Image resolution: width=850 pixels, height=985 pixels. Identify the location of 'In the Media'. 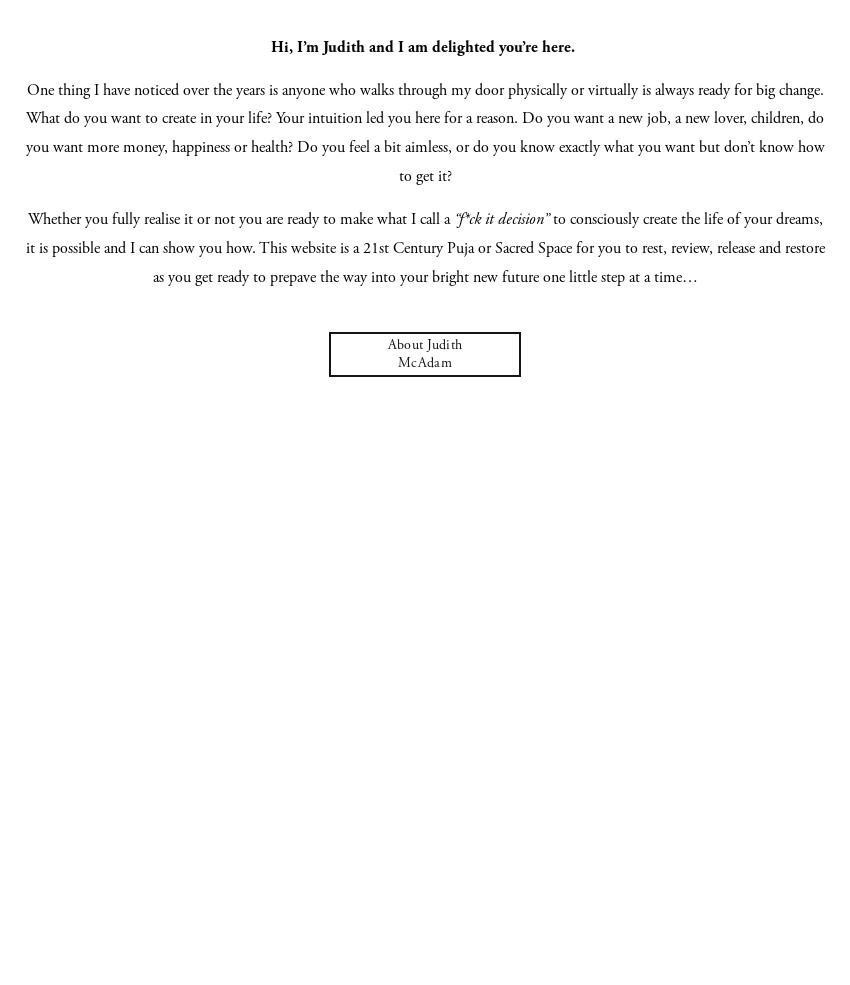
(424, 290).